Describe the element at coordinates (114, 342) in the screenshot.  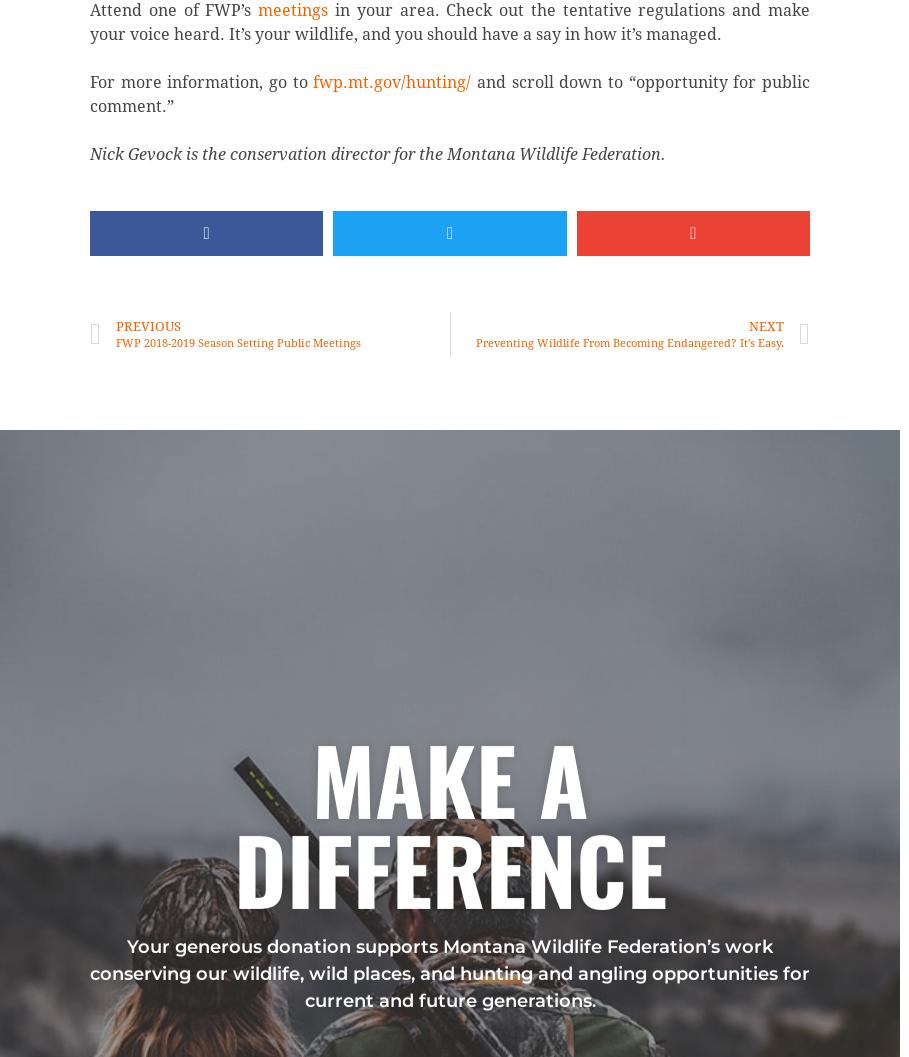
I see `'FWP 2018-2019 Season Setting Public Meetings'` at that location.